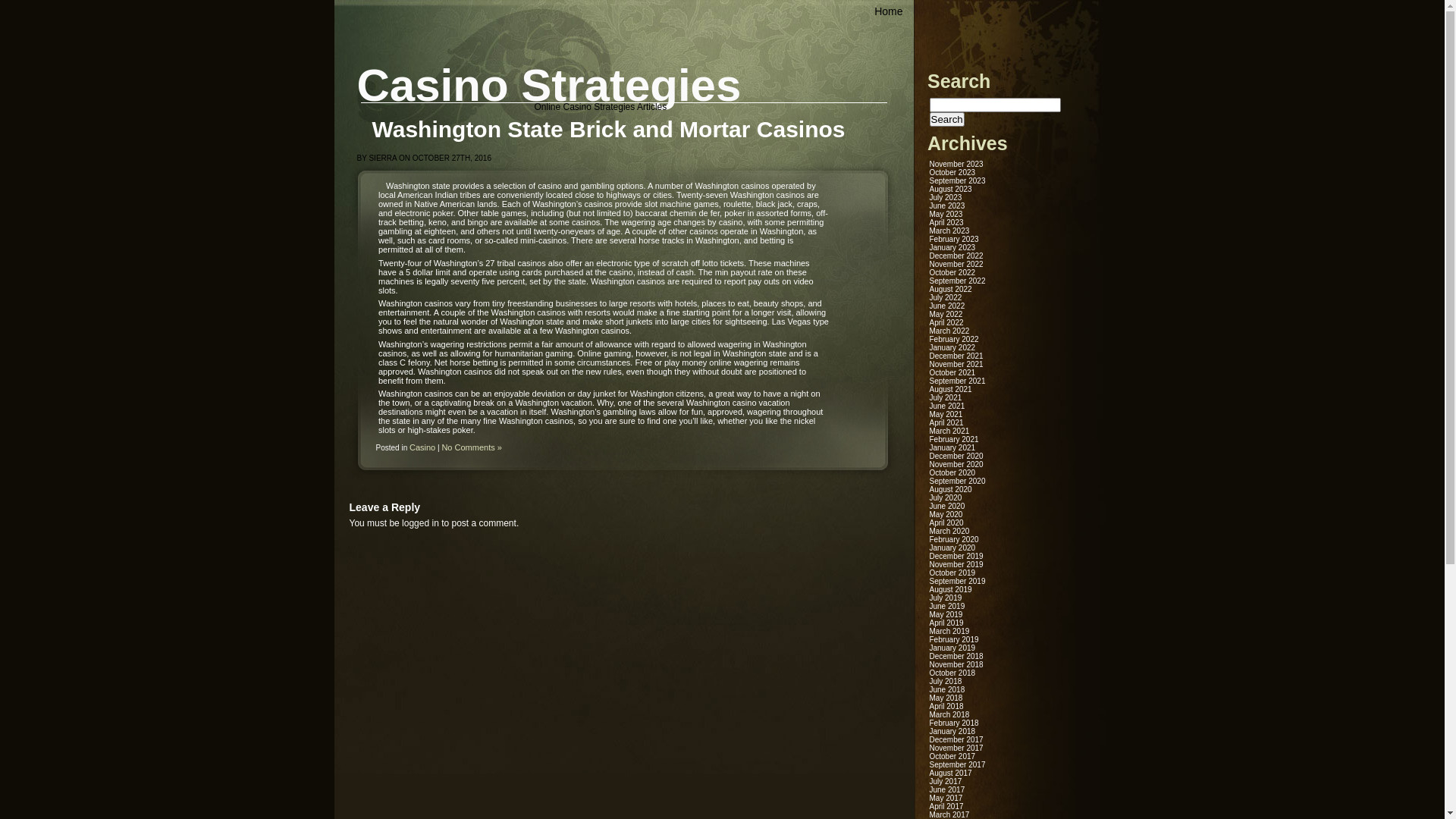 The width and height of the screenshot is (1456, 819). What do you see at coordinates (945, 781) in the screenshot?
I see `'July 2017'` at bounding box center [945, 781].